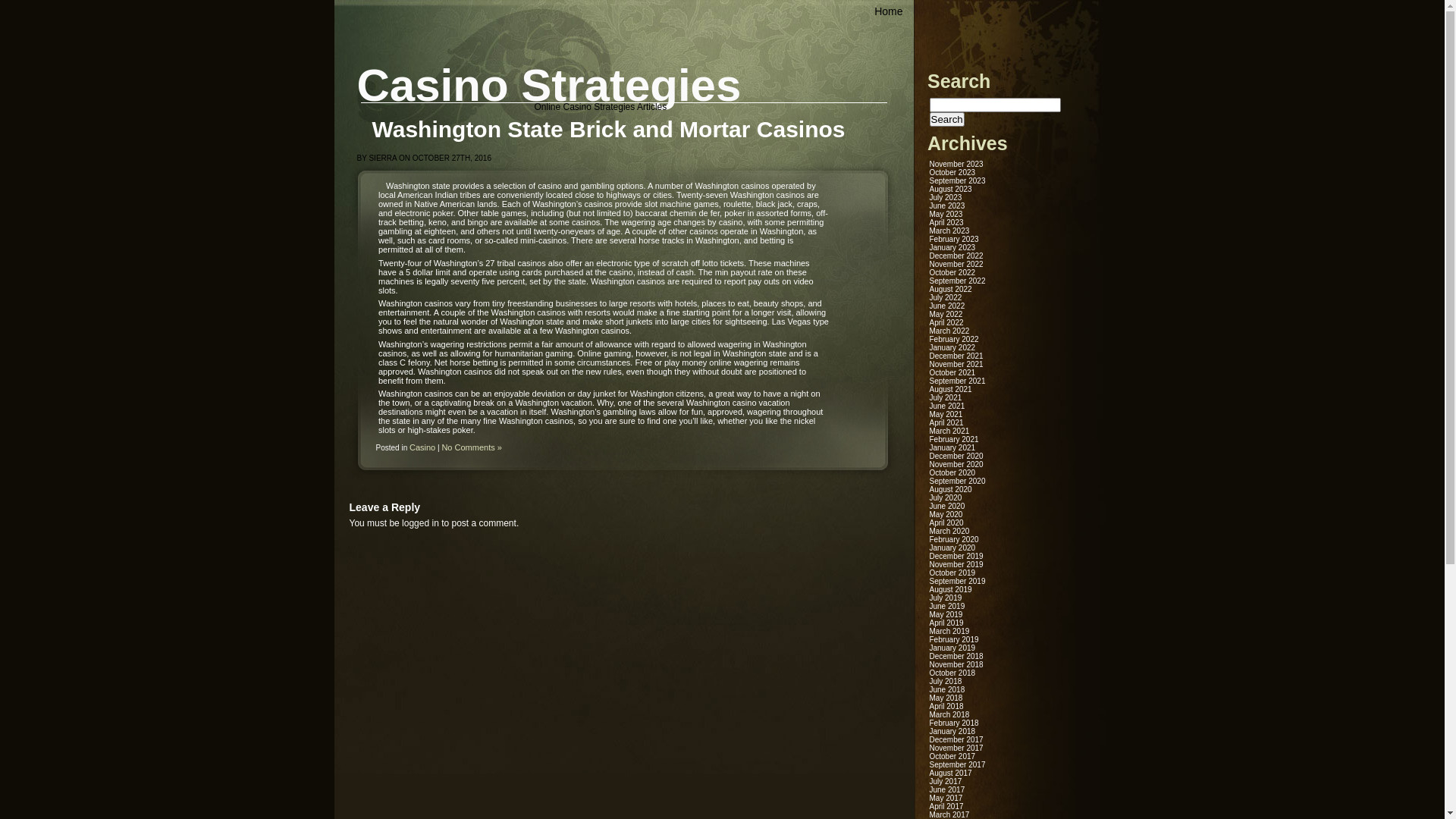 The width and height of the screenshot is (1456, 819). What do you see at coordinates (945, 781) in the screenshot?
I see `'July 2017'` at bounding box center [945, 781].